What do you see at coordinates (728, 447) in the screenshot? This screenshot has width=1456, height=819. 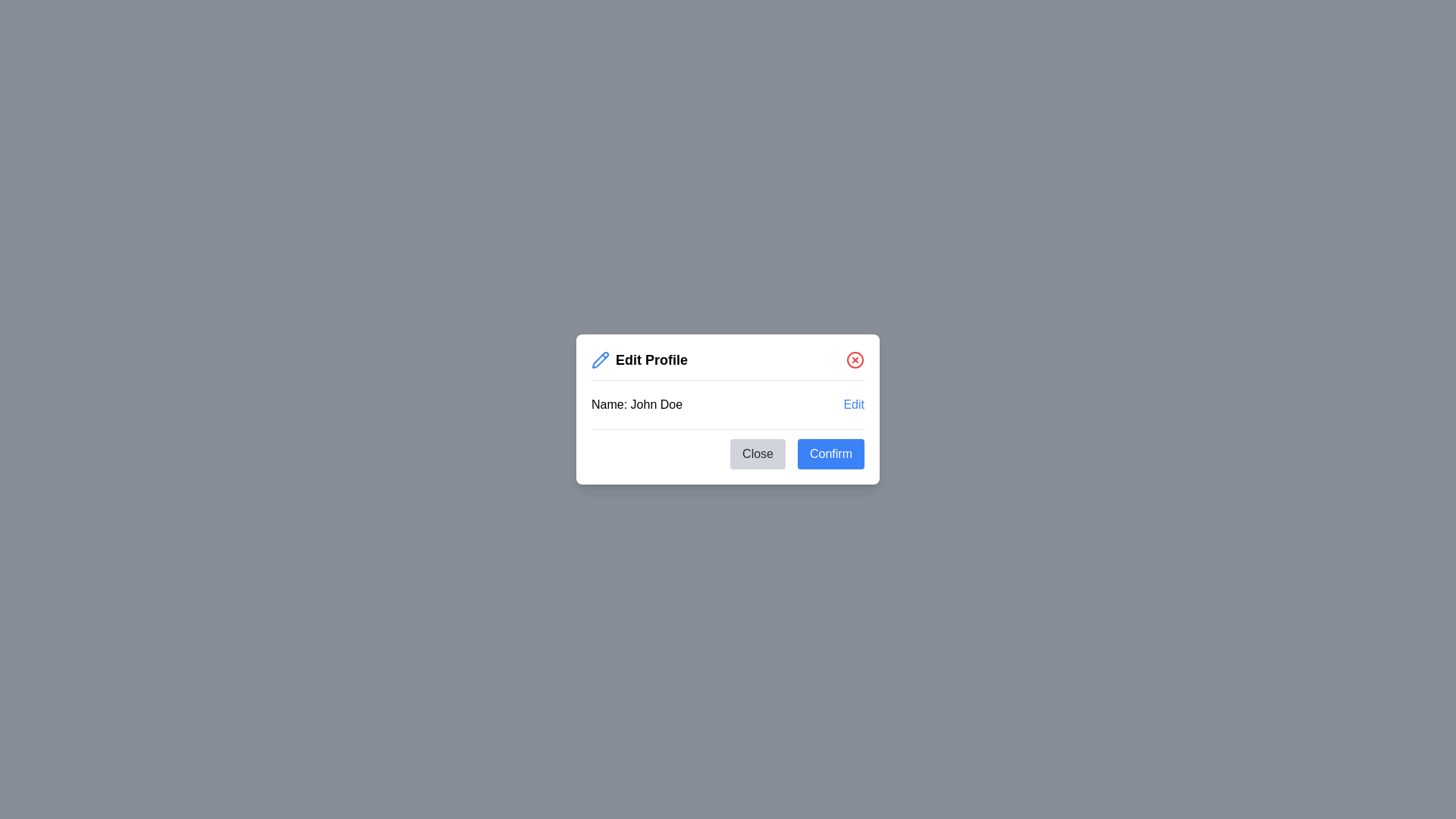 I see `the 'Close' button located at the bottom right of the modal, below the 'Name: John Doe' section` at bounding box center [728, 447].